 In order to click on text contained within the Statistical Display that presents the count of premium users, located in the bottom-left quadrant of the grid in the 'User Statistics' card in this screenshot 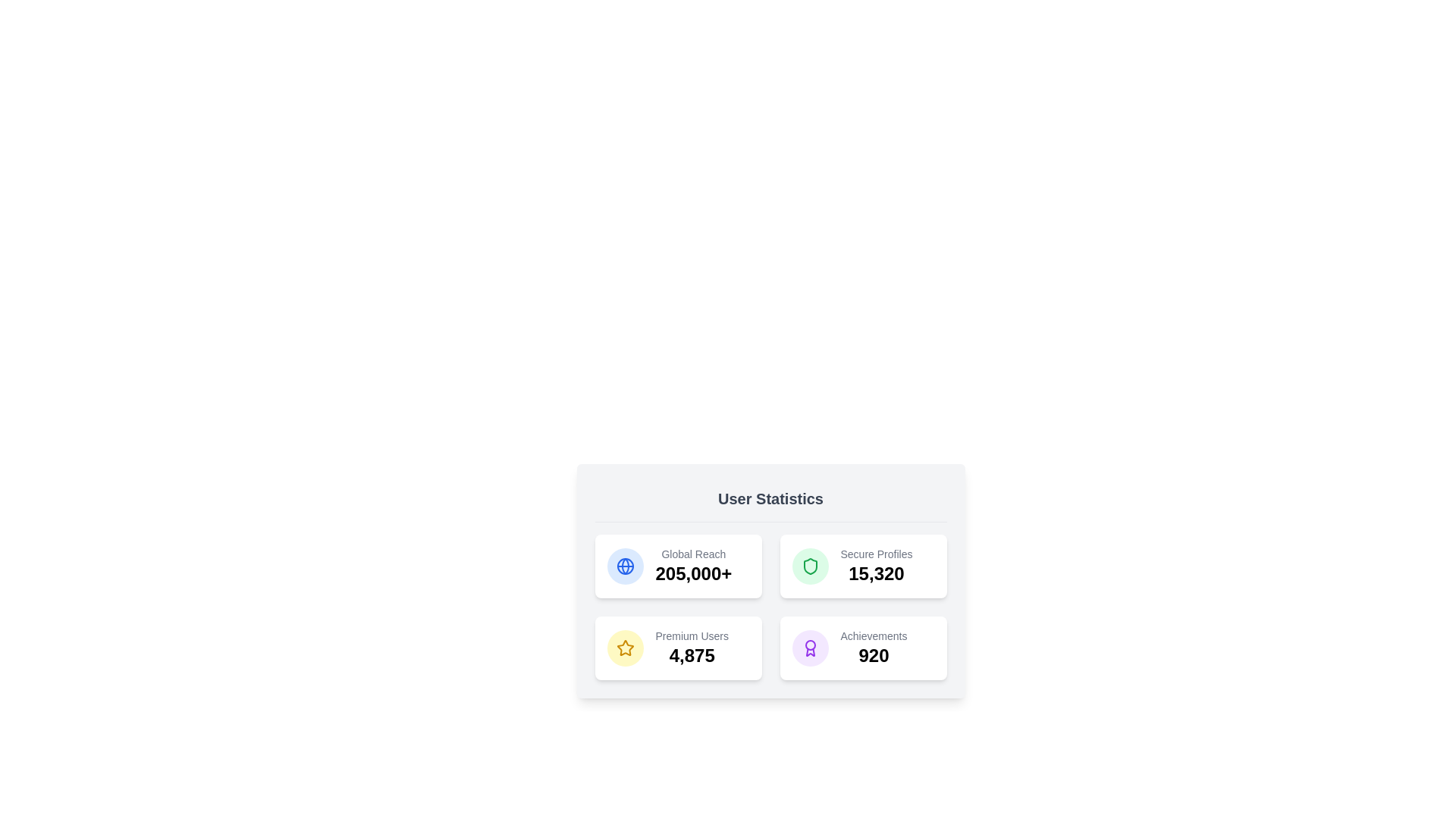, I will do `click(691, 648)`.